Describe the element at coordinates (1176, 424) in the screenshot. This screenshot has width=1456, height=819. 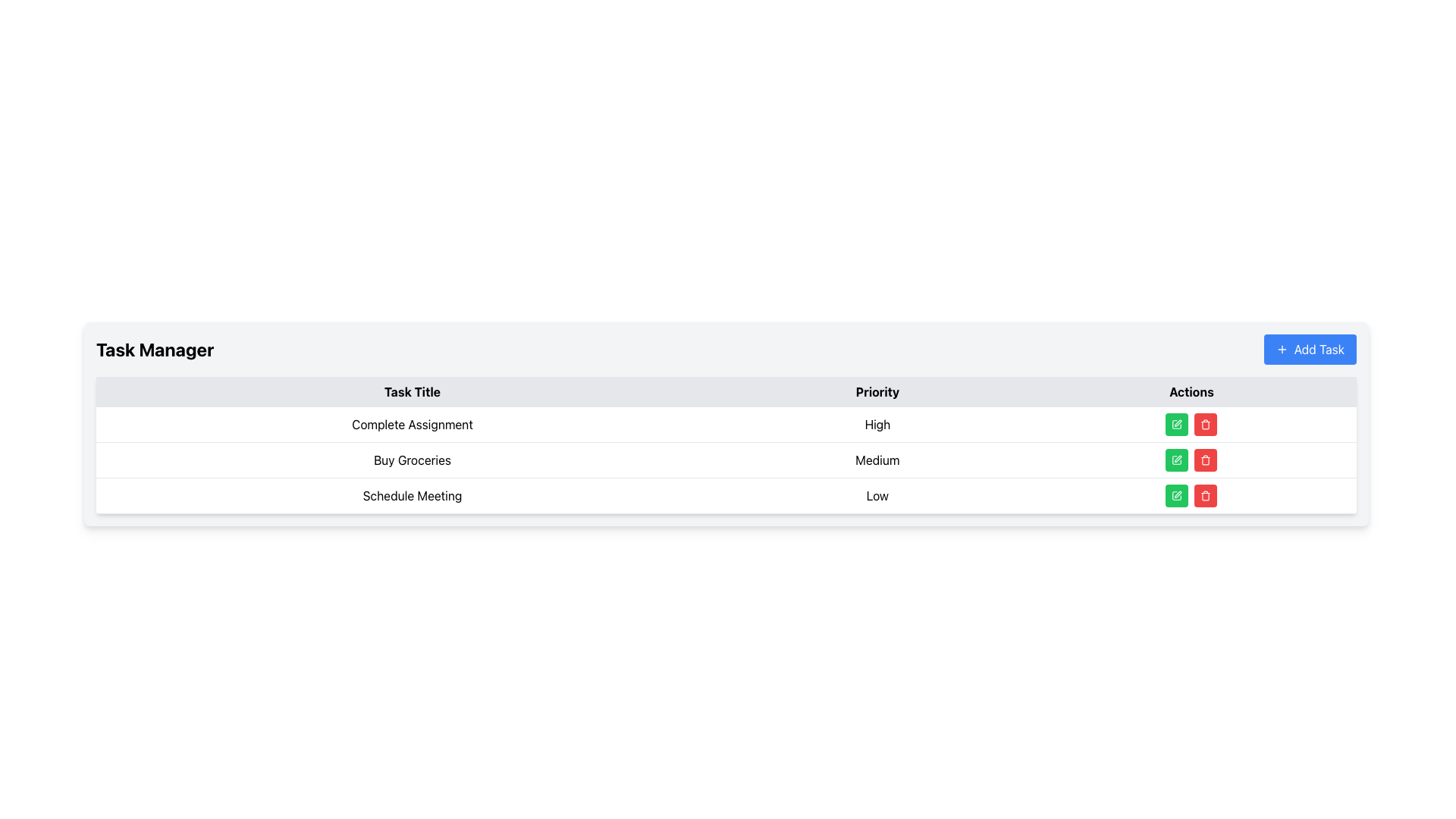
I see `the edit button located in the Actions column of the first row of the task management table` at that location.